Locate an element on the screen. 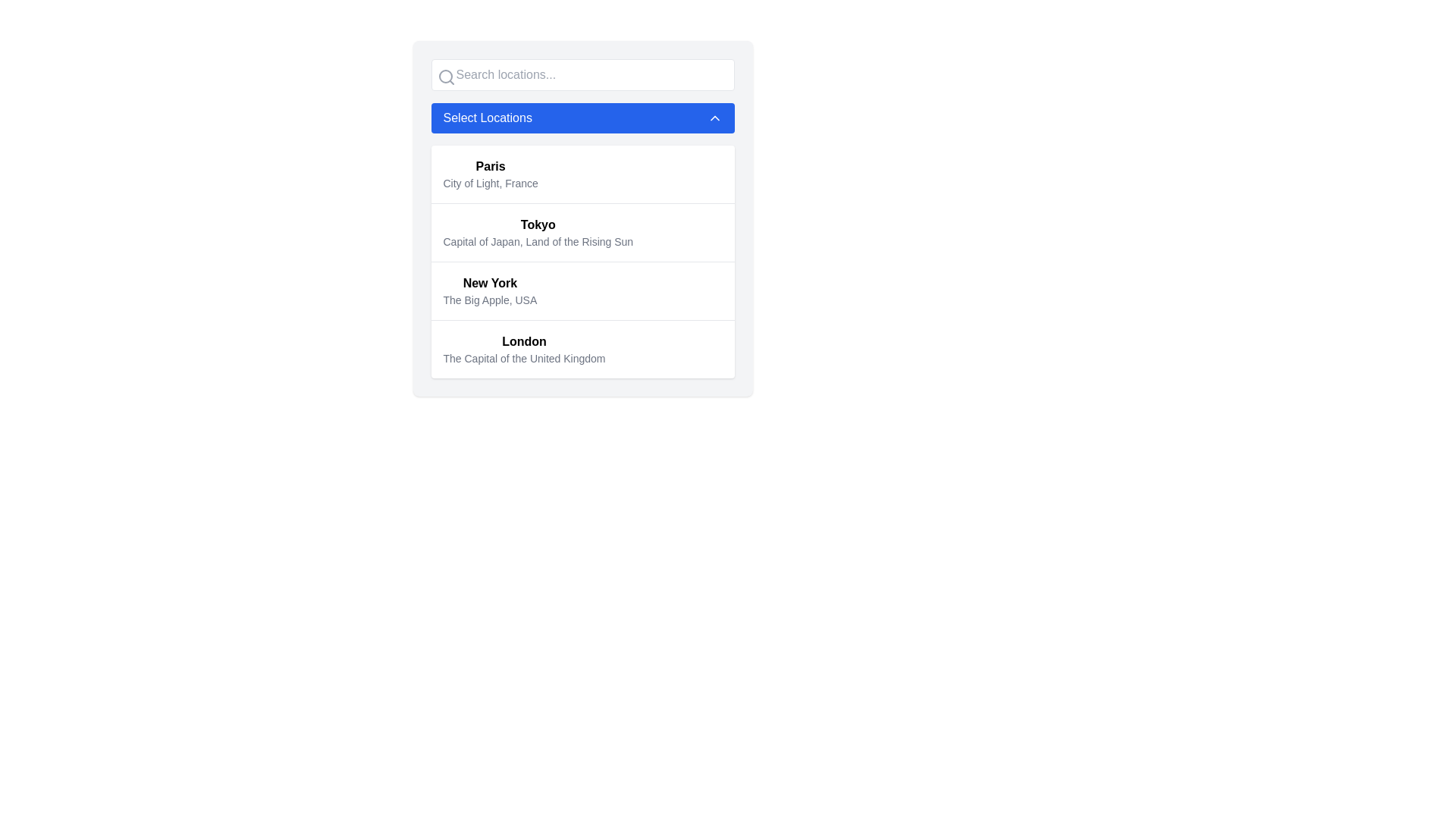 The width and height of the screenshot is (1456, 819). the text-based list item displaying 'Paris' with the subtitle 'City of Light, France', located in the first row under 'Select Locations' is located at coordinates (491, 174).